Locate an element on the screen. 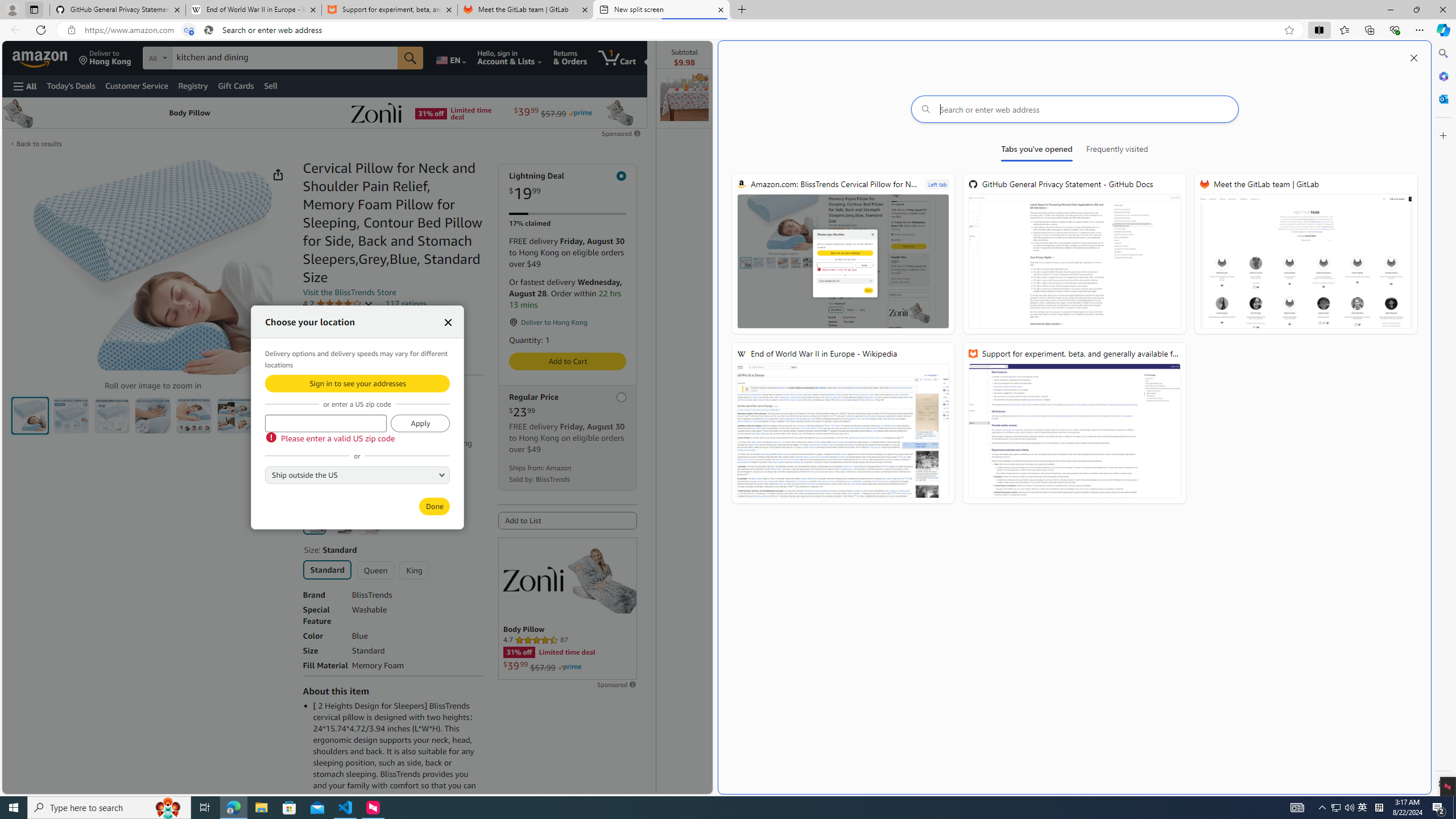 This screenshot has width=1456, height=819. 'Sign in to see your addresses' is located at coordinates (357, 383).